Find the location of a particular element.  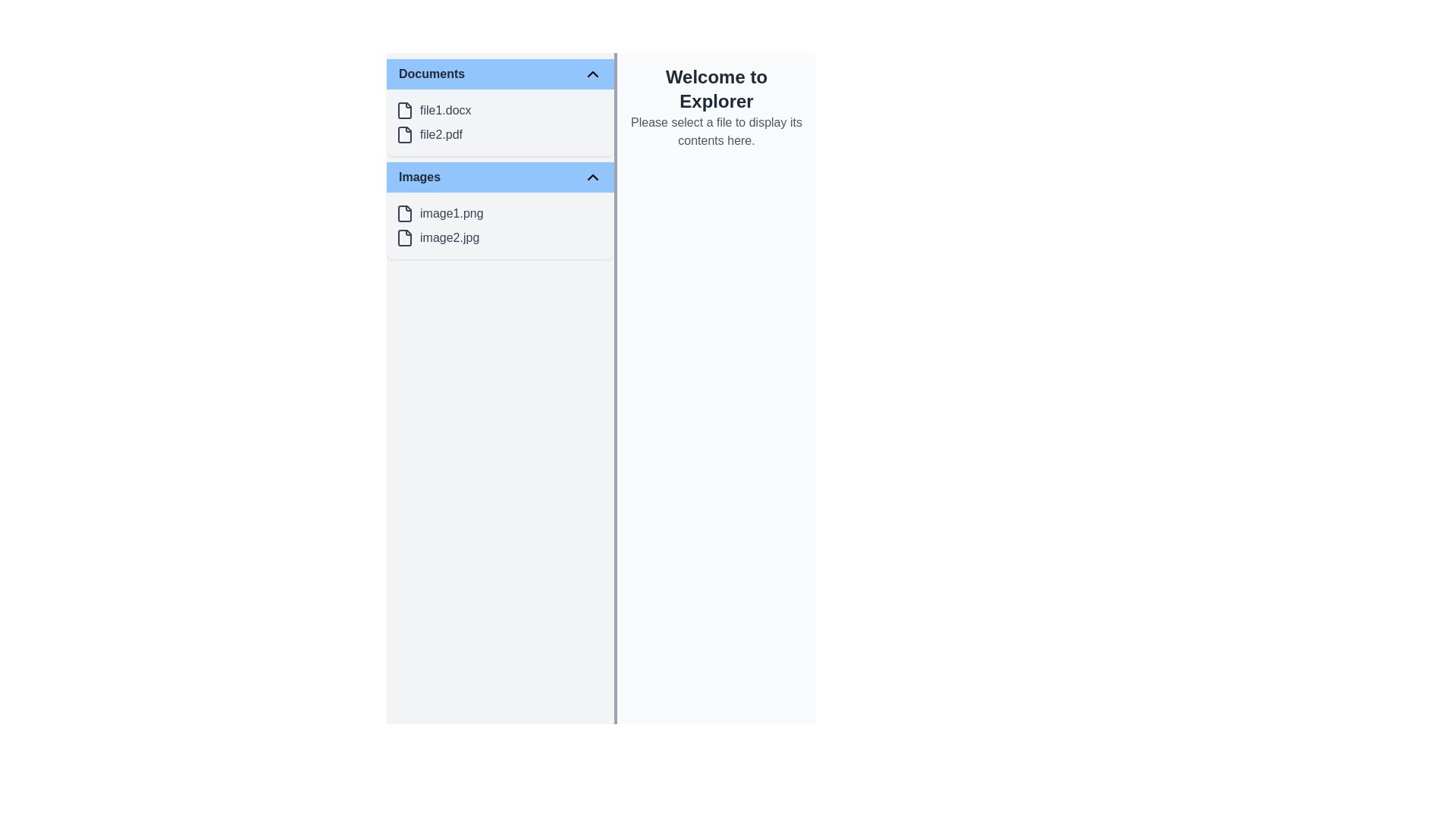

the text label displaying the message 'Please select a file is located at coordinates (716, 130).